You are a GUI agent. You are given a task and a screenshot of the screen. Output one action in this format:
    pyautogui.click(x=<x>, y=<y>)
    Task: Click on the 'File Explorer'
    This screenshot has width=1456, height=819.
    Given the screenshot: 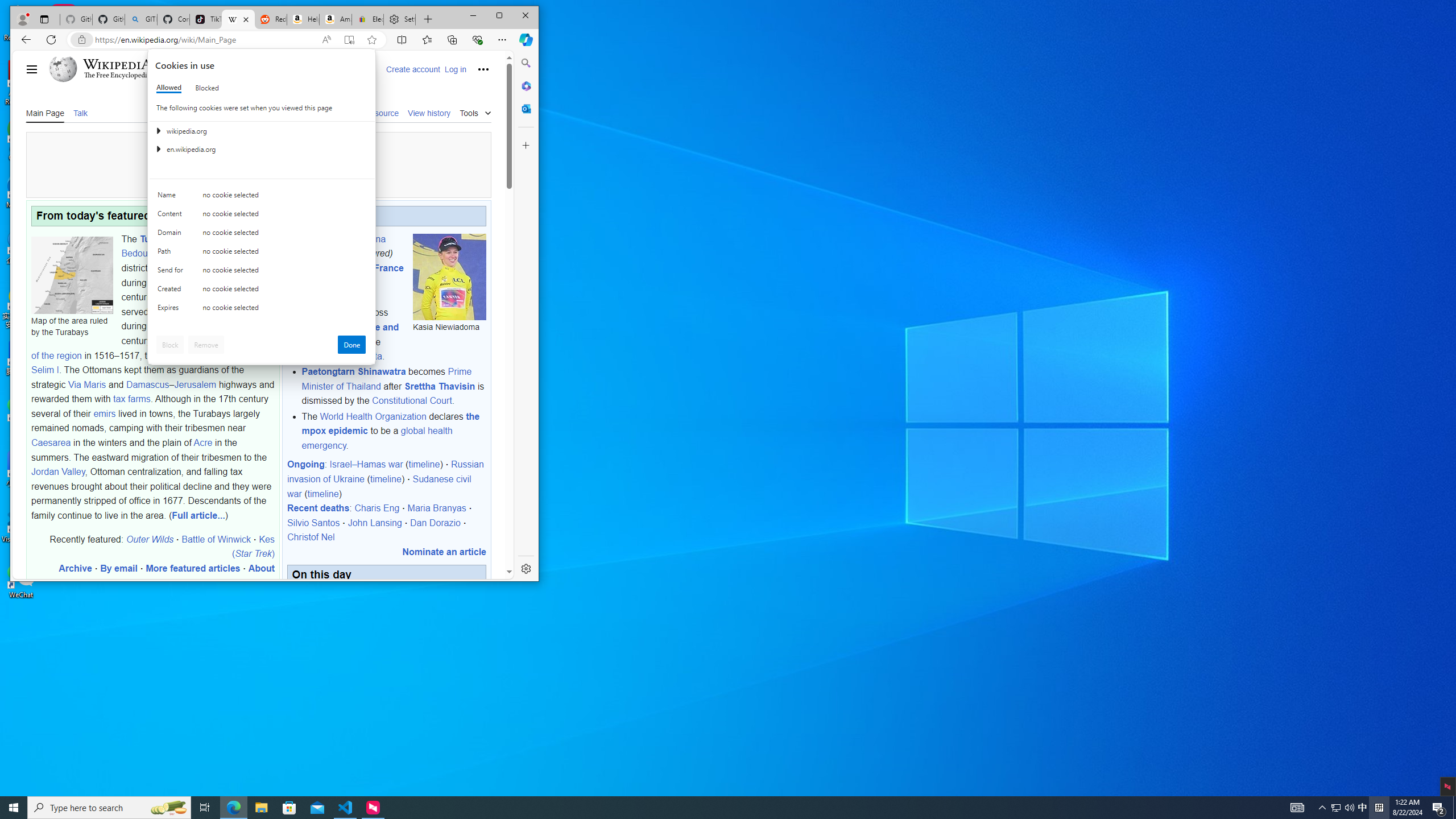 What is the action you would take?
    pyautogui.click(x=260, y=806)
    